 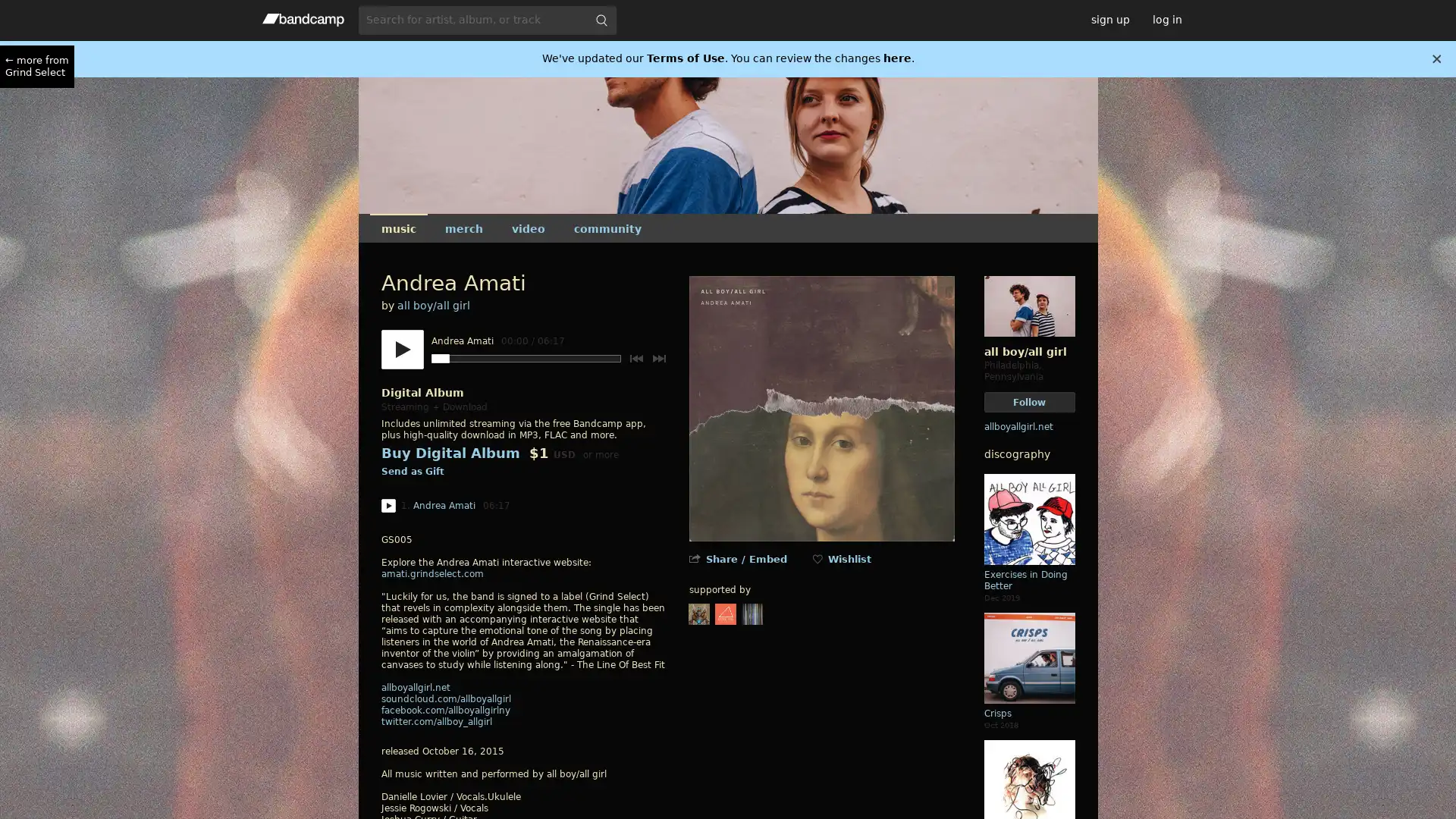 What do you see at coordinates (449, 452) in the screenshot?
I see `Buy Digital Album` at bounding box center [449, 452].